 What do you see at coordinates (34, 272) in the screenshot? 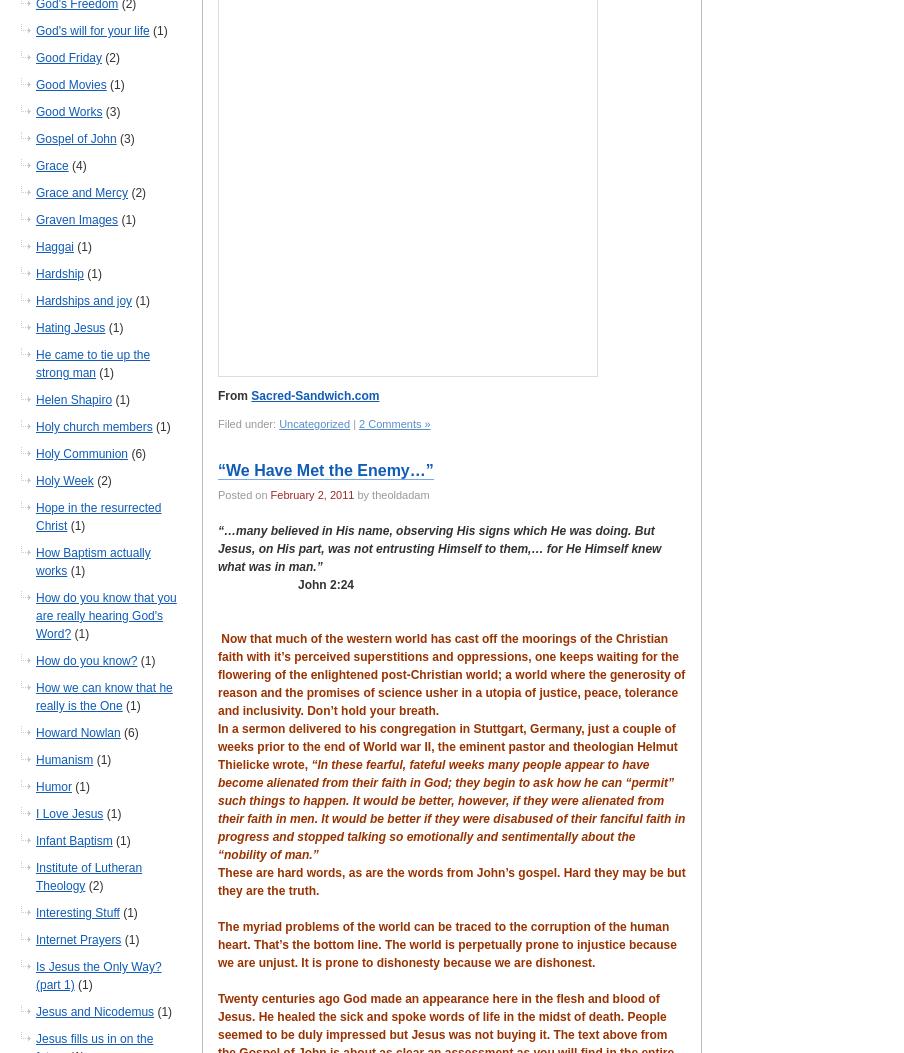
I see `'Hardship'` at bounding box center [34, 272].